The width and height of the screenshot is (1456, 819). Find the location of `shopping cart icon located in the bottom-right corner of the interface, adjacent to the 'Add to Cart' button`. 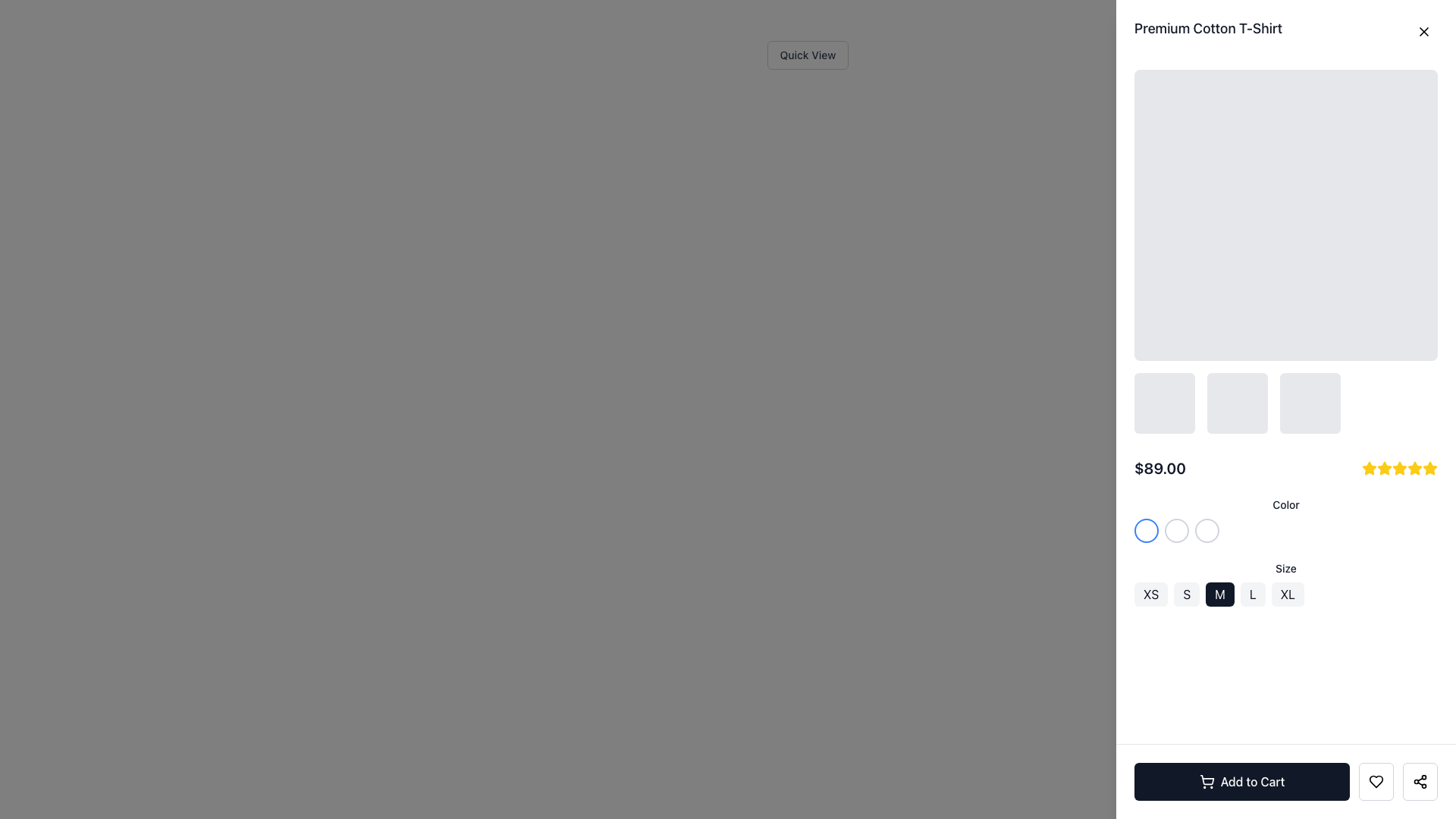

shopping cart icon located in the bottom-right corner of the interface, adjacent to the 'Add to Cart' button is located at coordinates (1206, 780).